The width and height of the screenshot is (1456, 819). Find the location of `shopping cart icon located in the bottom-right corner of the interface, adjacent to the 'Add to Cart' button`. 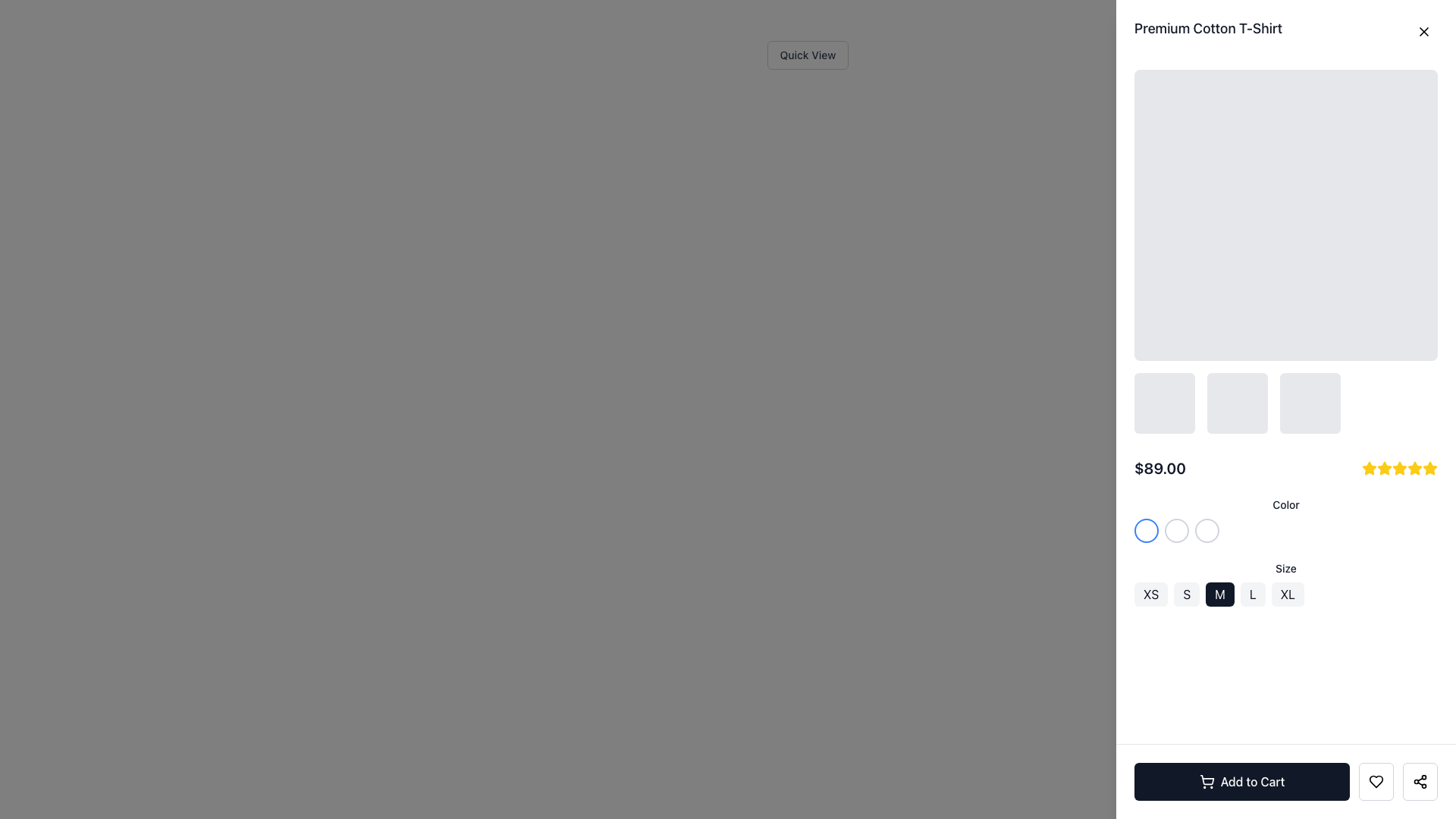

shopping cart icon located in the bottom-right corner of the interface, adjacent to the 'Add to Cart' button is located at coordinates (1206, 780).